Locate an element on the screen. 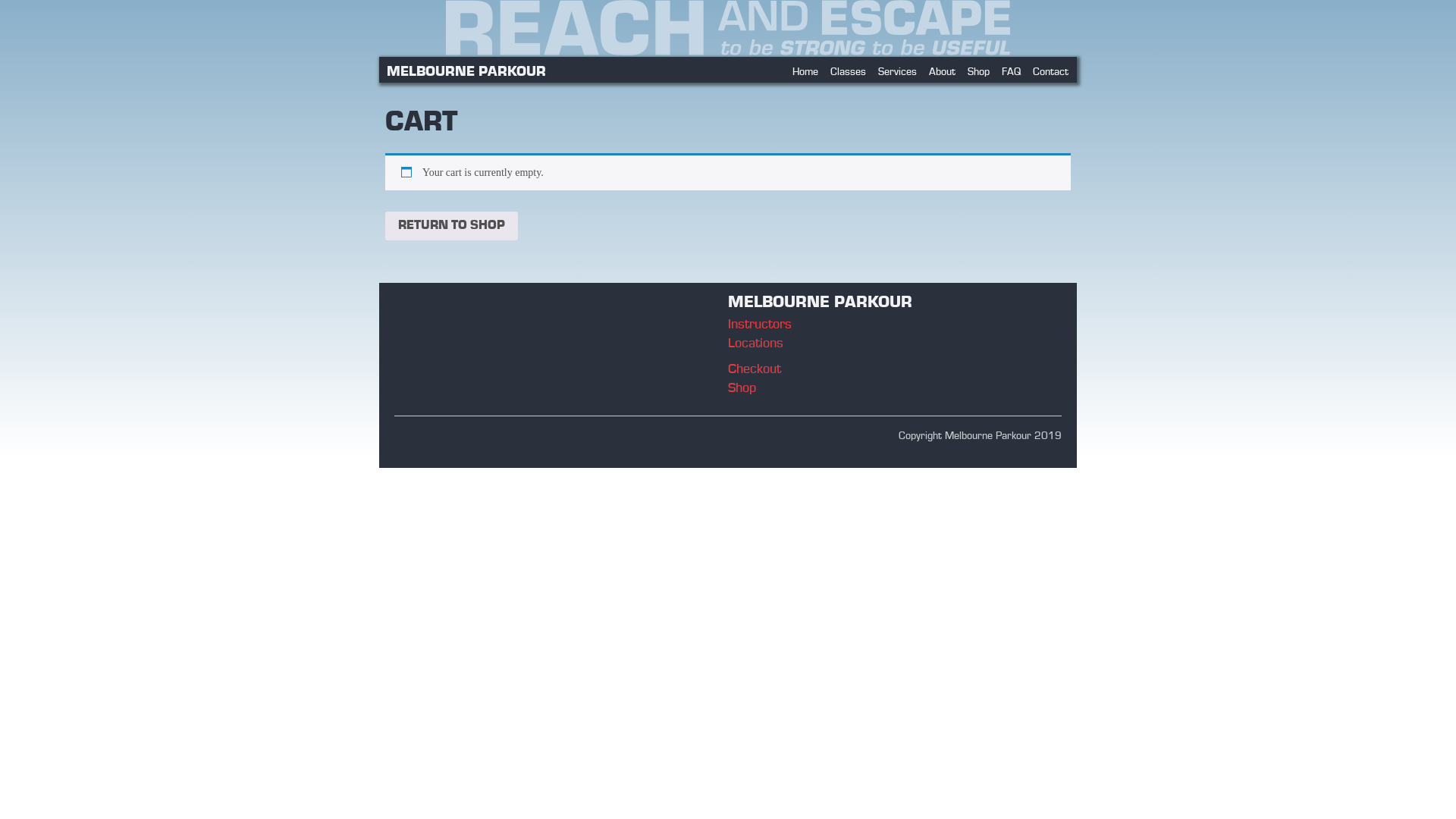  'Services' is located at coordinates (897, 72).